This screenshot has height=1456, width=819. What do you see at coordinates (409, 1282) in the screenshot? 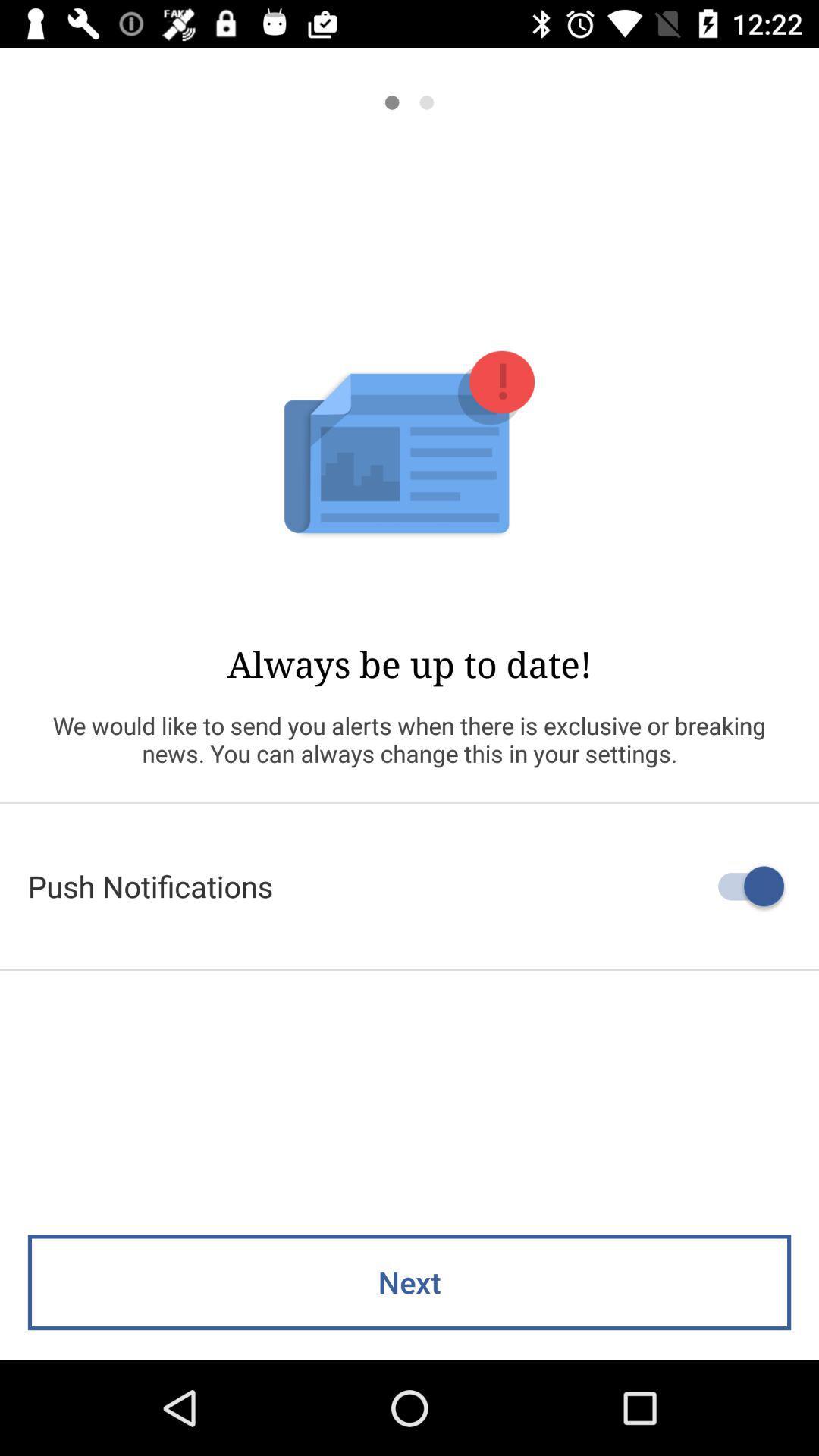
I see `next` at bounding box center [409, 1282].